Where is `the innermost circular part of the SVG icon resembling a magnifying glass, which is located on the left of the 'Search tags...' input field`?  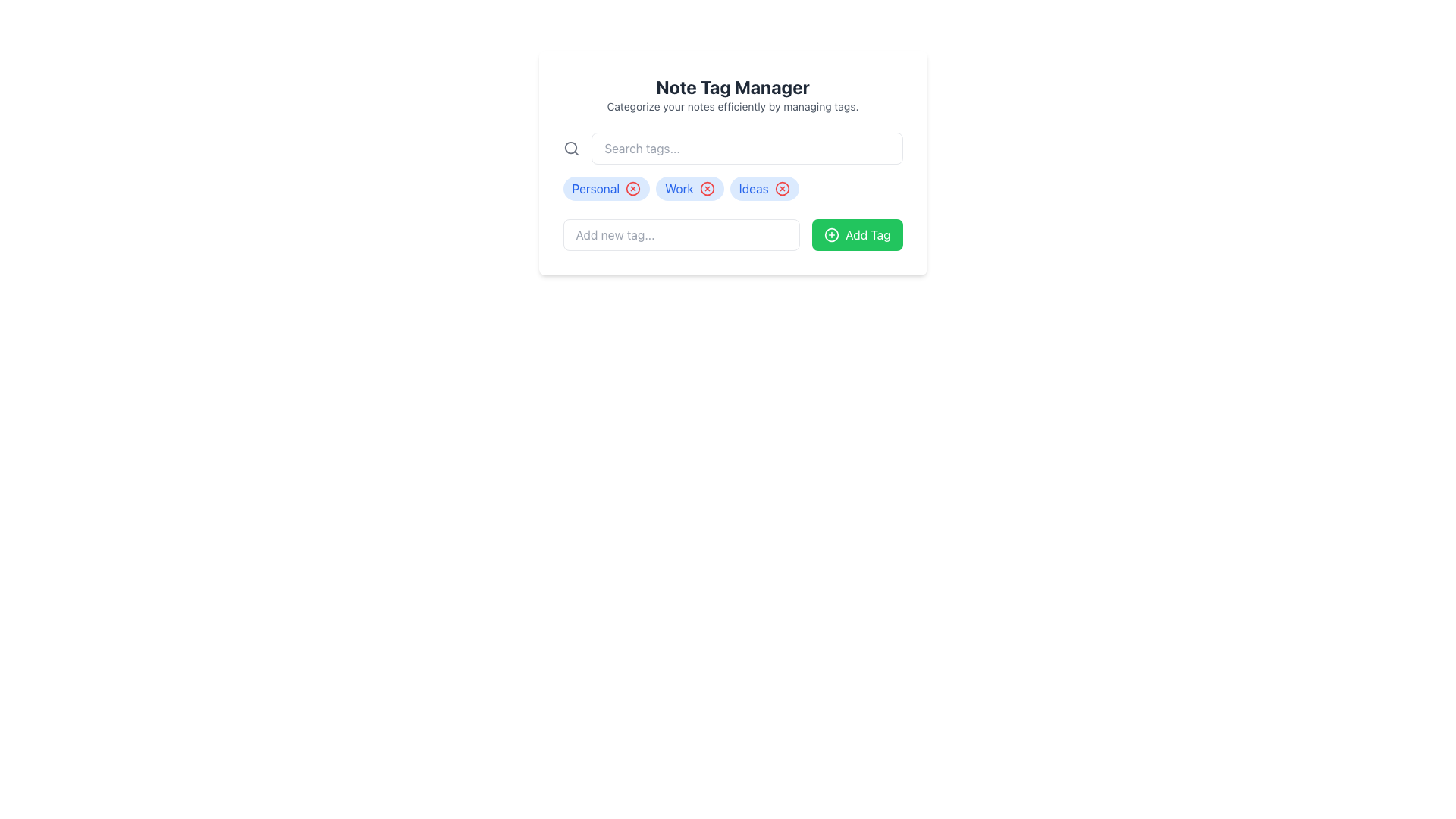
the innermost circular part of the SVG icon resembling a magnifying glass, which is located on the left of the 'Search tags...' input field is located at coordinates (570, 148).